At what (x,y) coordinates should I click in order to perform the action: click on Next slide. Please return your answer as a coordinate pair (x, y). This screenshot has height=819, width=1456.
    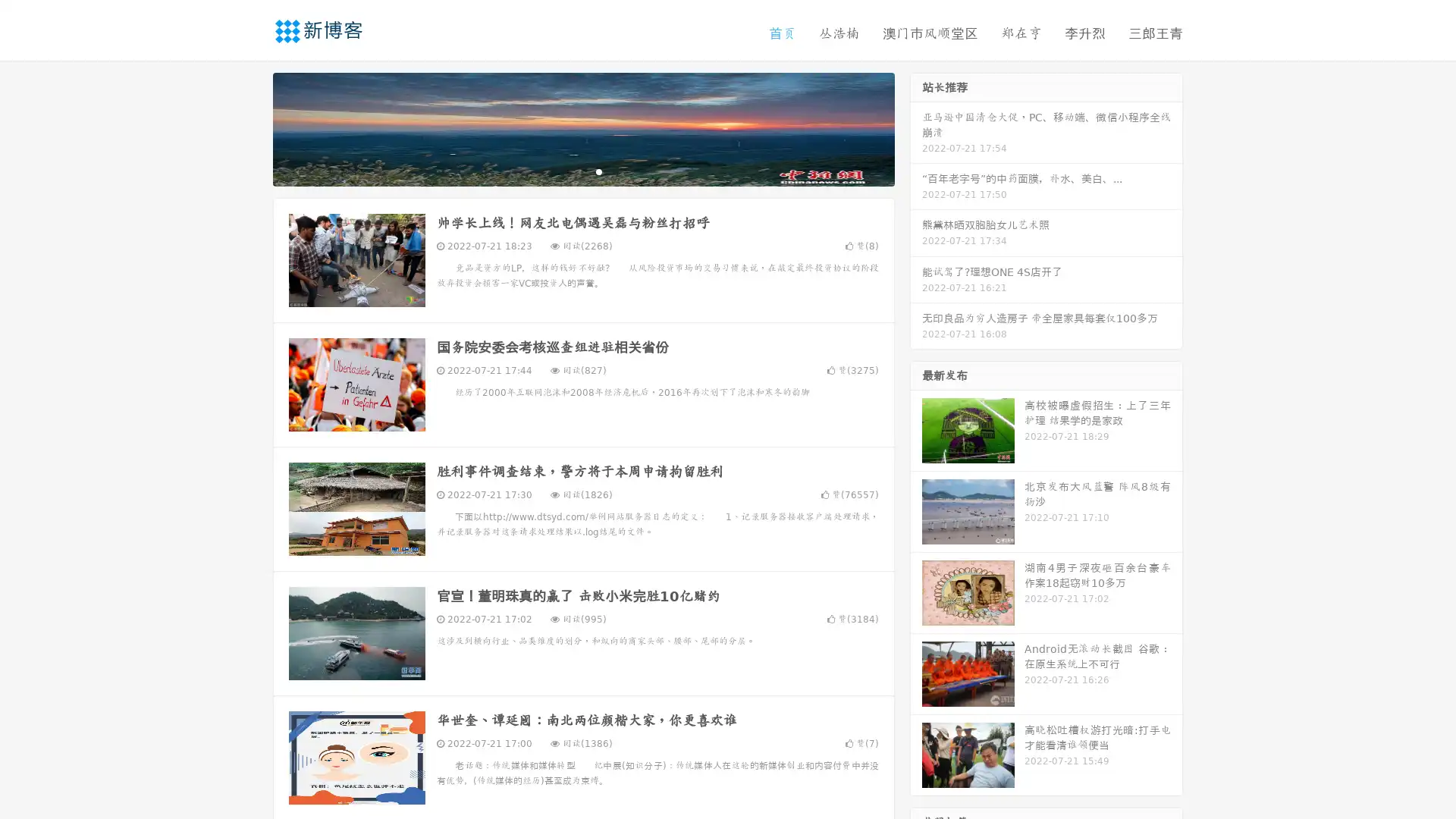
    Looking at the image, I should click on (916, 127).